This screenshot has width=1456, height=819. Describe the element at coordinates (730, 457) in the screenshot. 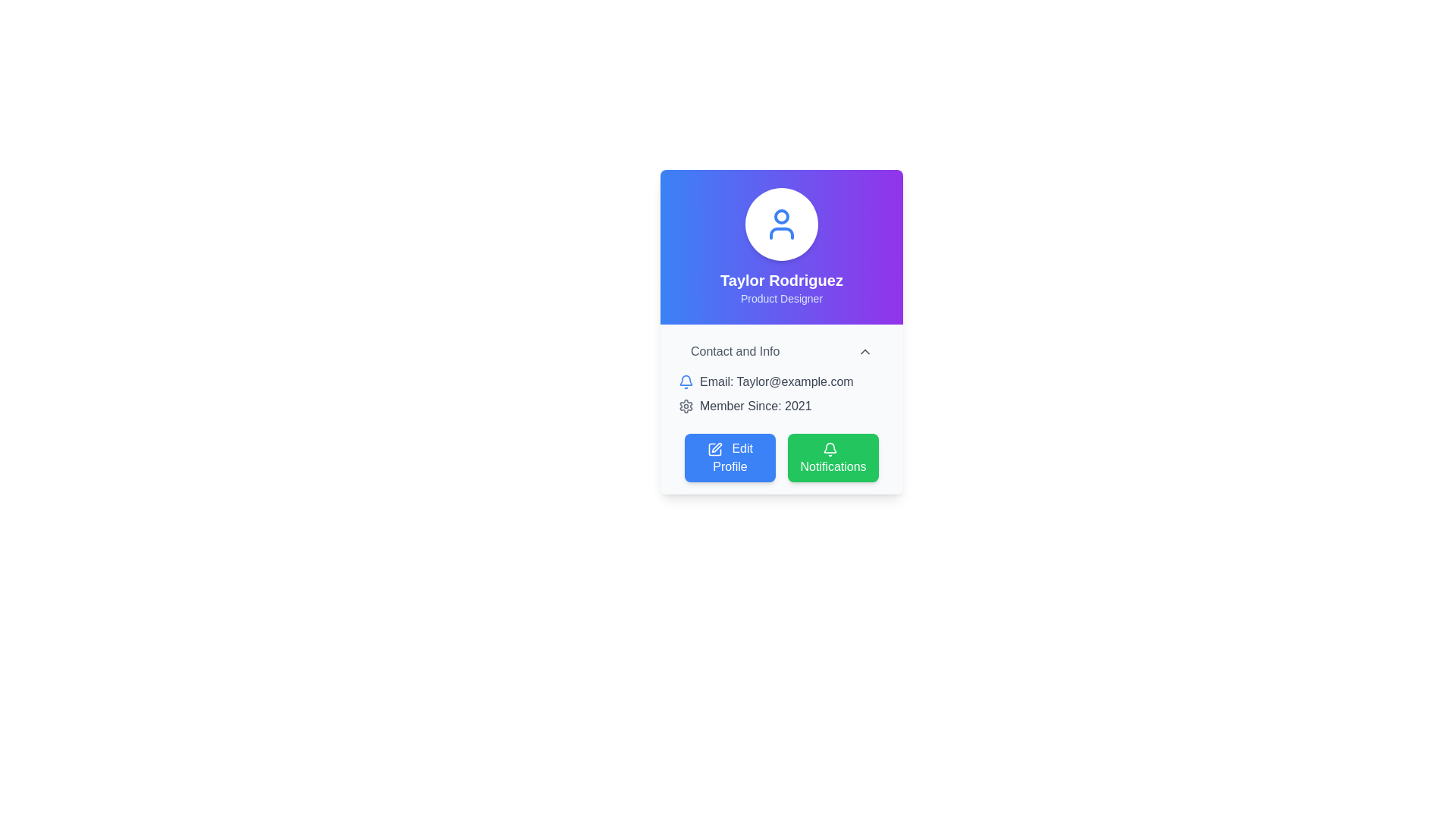

I see `the first button in the bottom row of the card interface` at that location.